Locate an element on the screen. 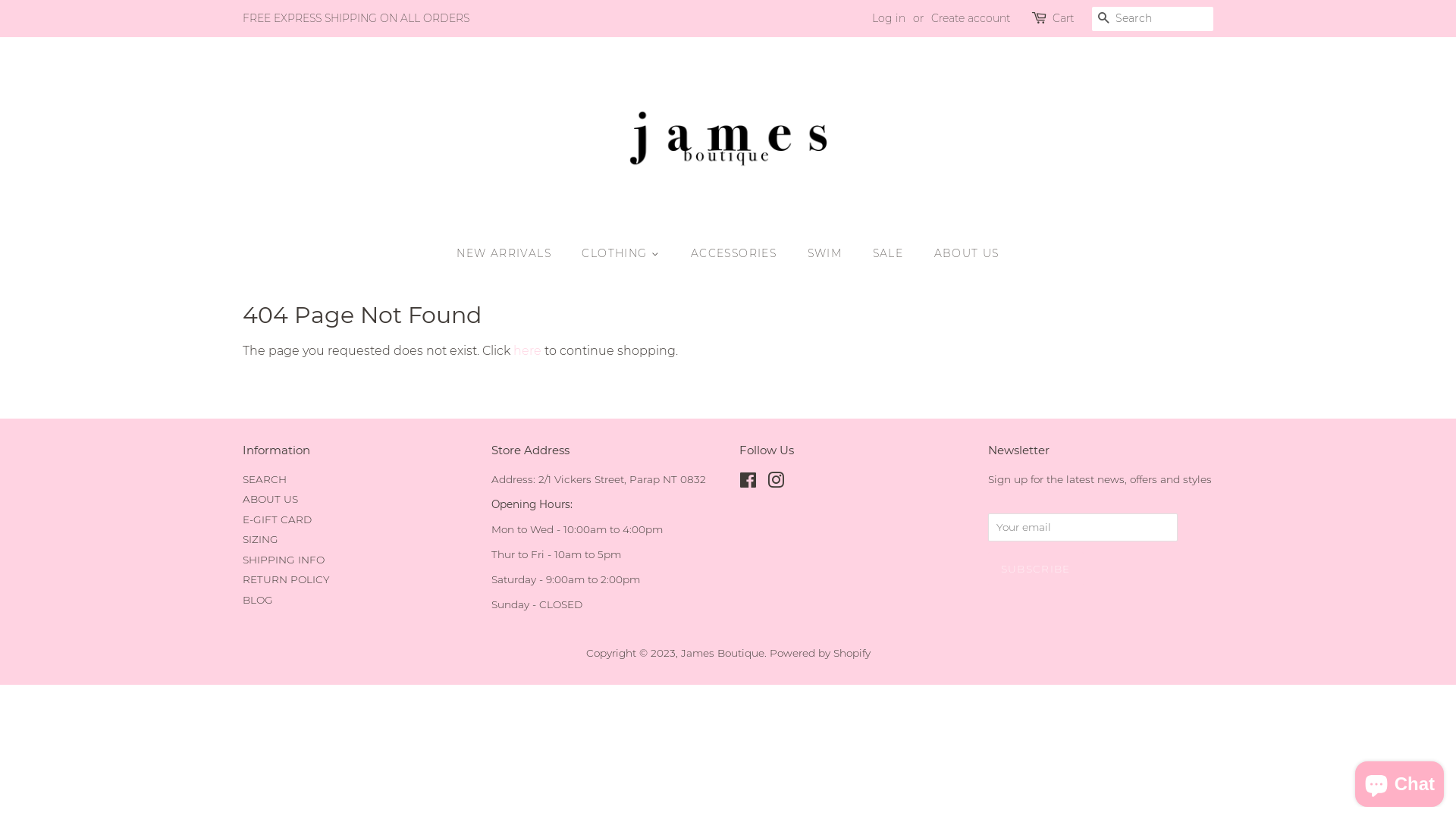 Image resolution: width=1456 pixels, height=819 pixels. 'Instagram' is located at coordinates (767, 482).